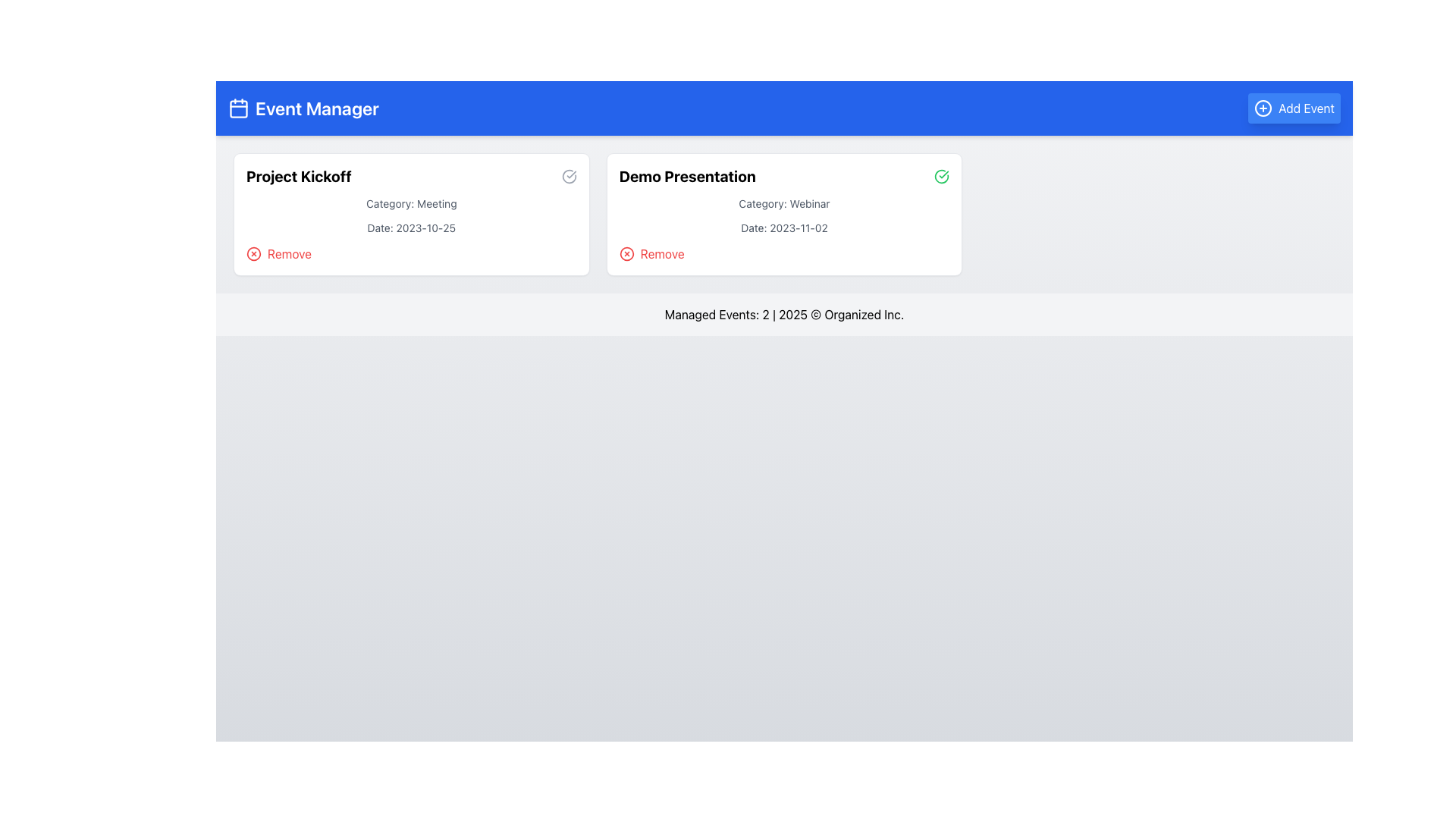 Image resolution: width=1456 pixels, height=819 pixels. What do you see at coordinates (411, 227) in the screenshot?
I see `the text label displaying 'Date: 2023-10-25' which is located within the white box of the 'Project Kickoff' card` at bounding box center [411, 227].